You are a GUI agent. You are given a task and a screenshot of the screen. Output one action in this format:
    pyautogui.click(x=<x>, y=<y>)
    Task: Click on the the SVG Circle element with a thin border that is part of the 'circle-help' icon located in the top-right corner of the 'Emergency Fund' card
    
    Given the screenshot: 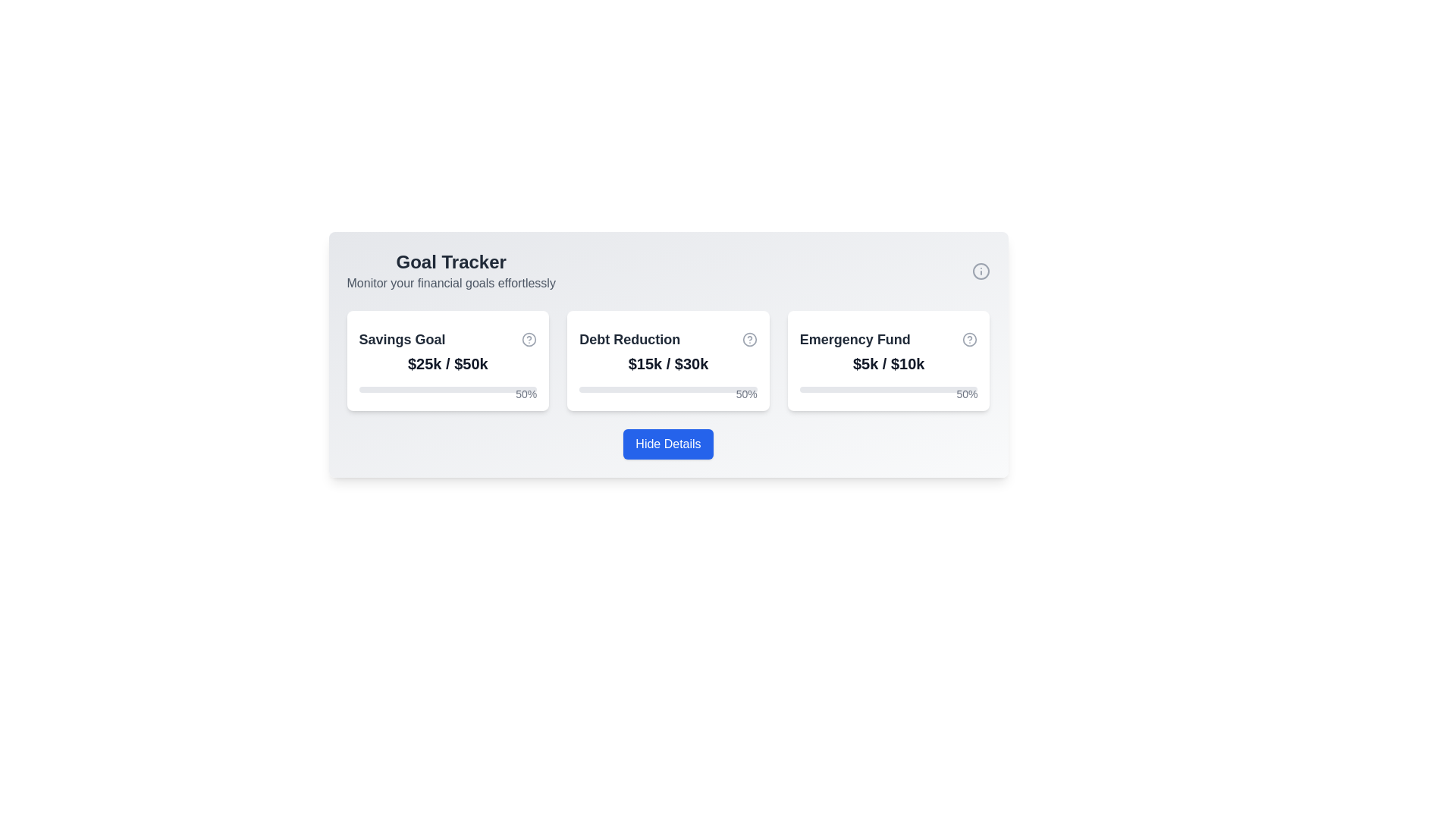 What is the action you would take?
    pyautogui.click(x=969, y=338)
    